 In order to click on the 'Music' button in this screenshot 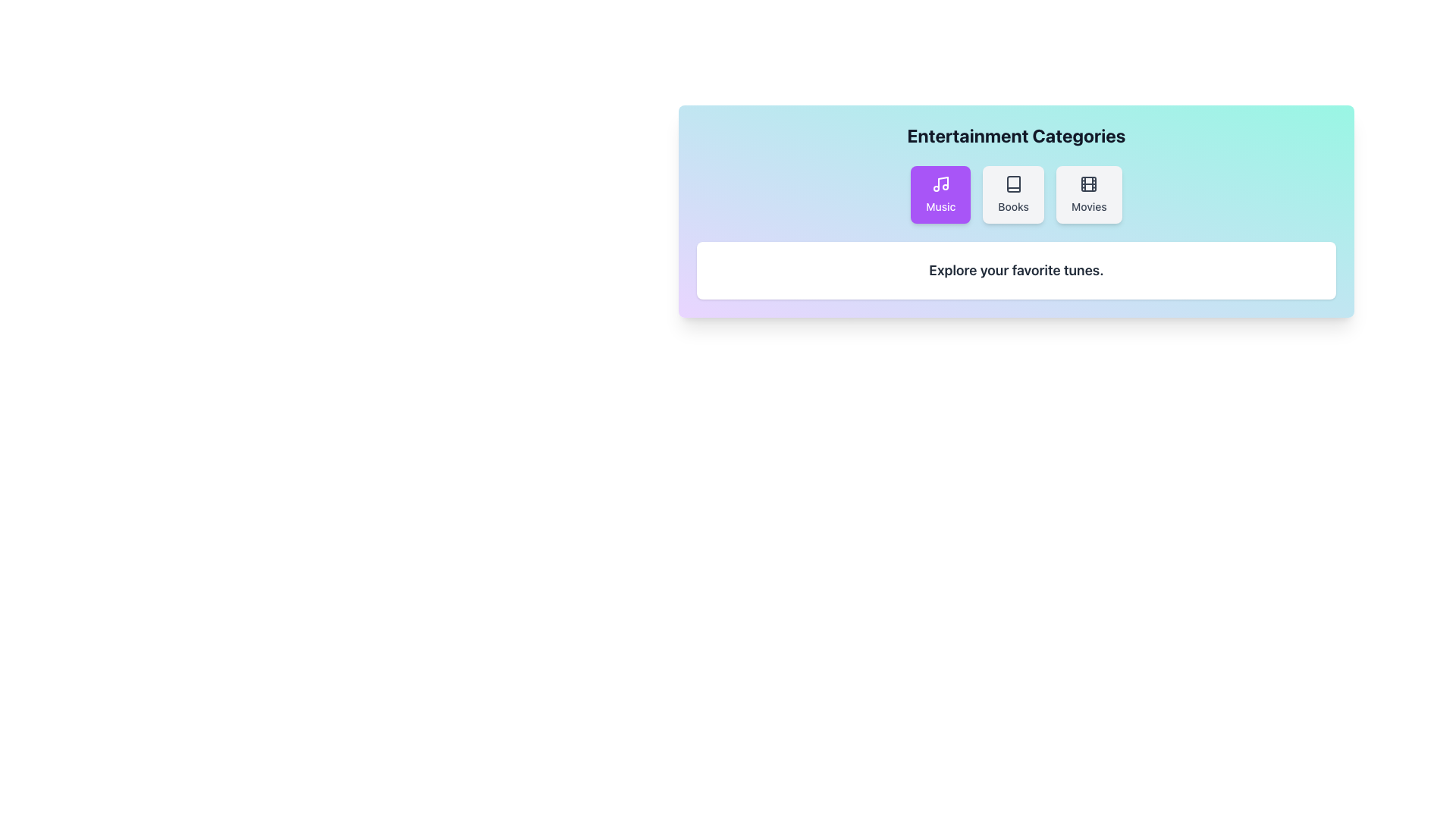, I will do `click(940, 194)`.